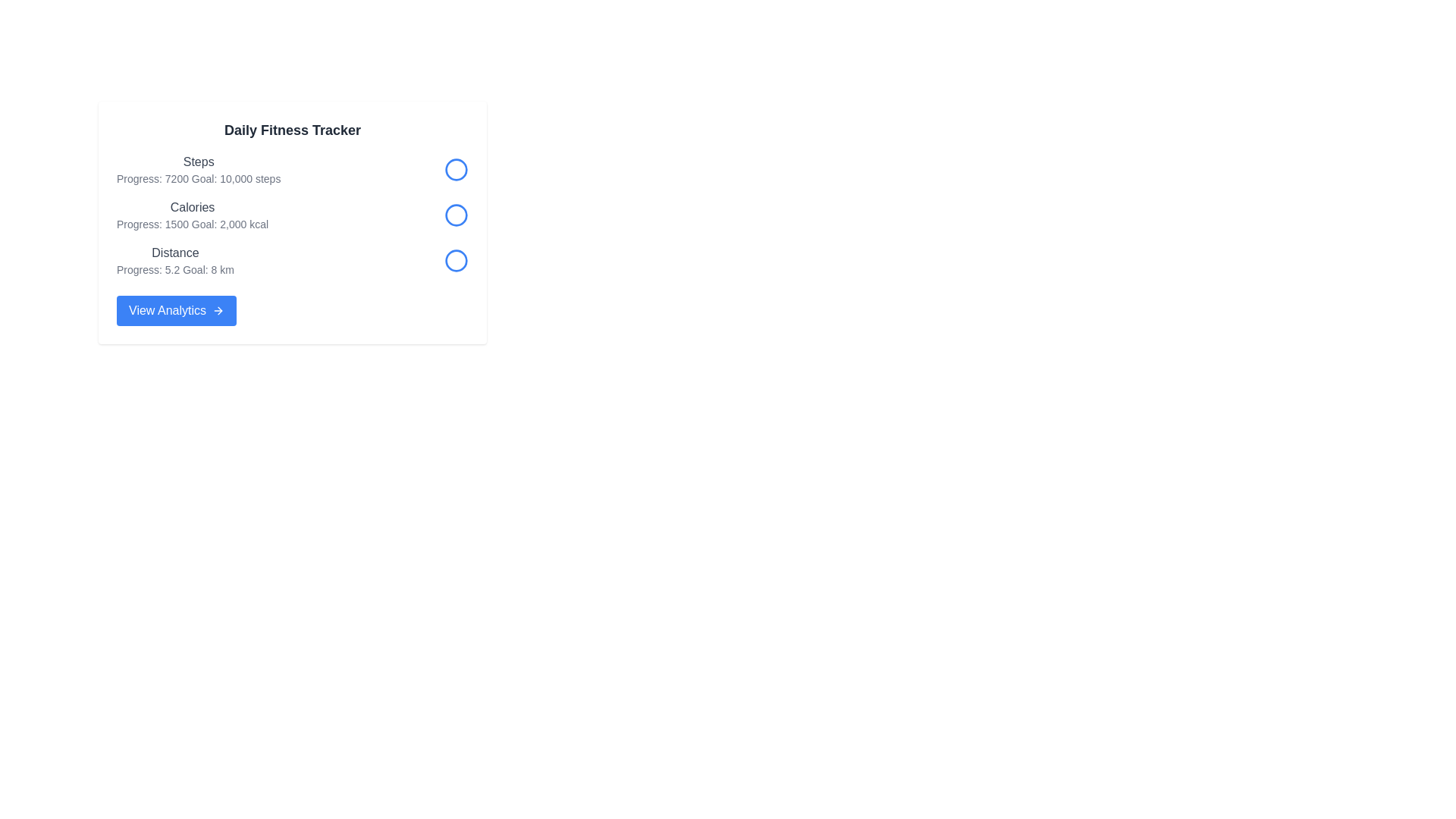  Describe the element at coordinates (455, 259) in the screenshot. I see `the circular icon with a blue outline located to the right of the text 'Distance: Progress: 5.2 Goal: 8 km' in the 'Daily Fitness Tracker' section to interact with it` at that location.